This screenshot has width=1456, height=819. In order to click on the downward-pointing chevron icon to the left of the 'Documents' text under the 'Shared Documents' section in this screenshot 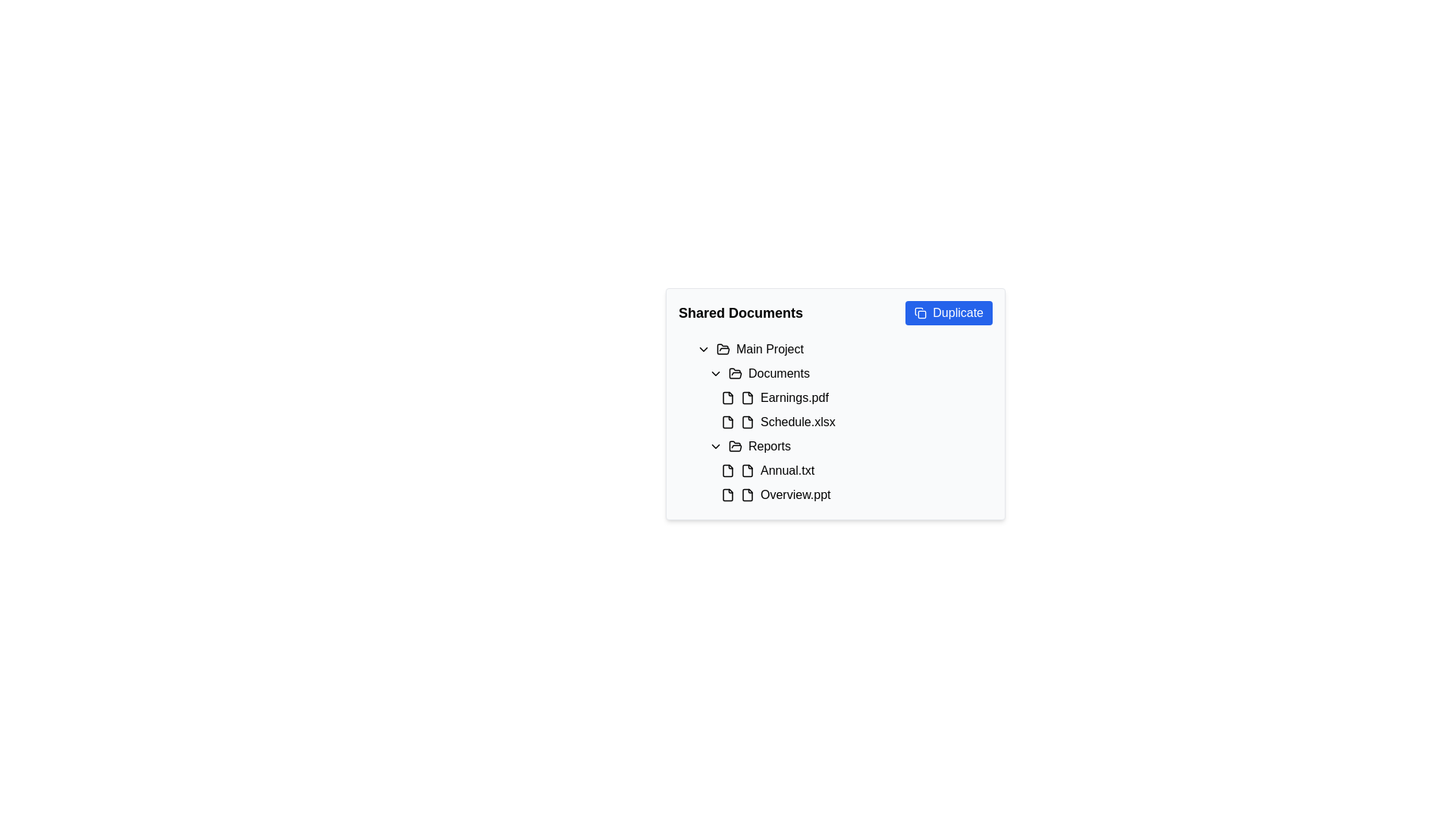, I will do `click(715, 374)`.